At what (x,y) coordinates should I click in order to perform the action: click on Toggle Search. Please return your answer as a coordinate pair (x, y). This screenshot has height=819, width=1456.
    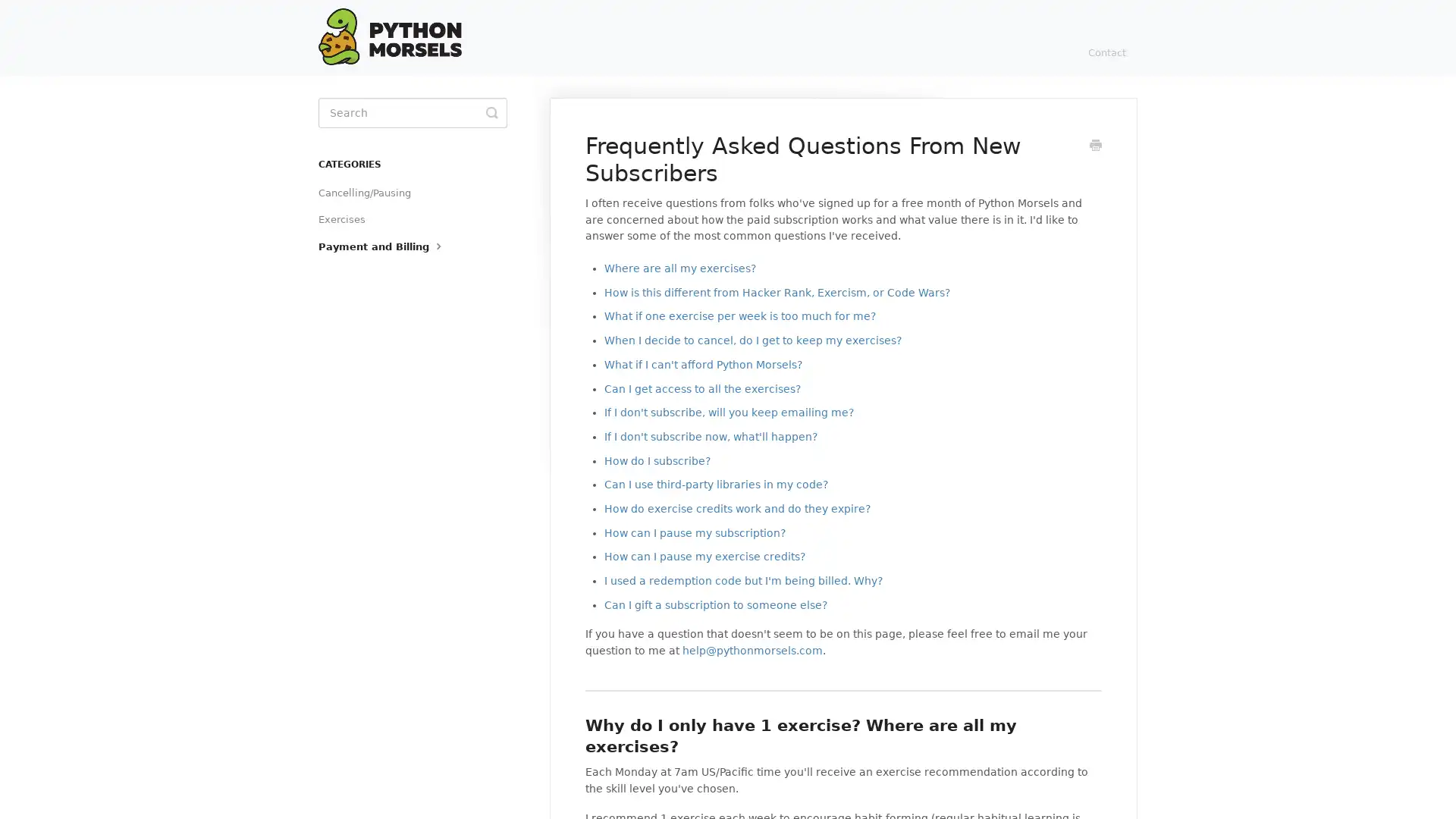
    Looking at the image, I should click on (491, 112).